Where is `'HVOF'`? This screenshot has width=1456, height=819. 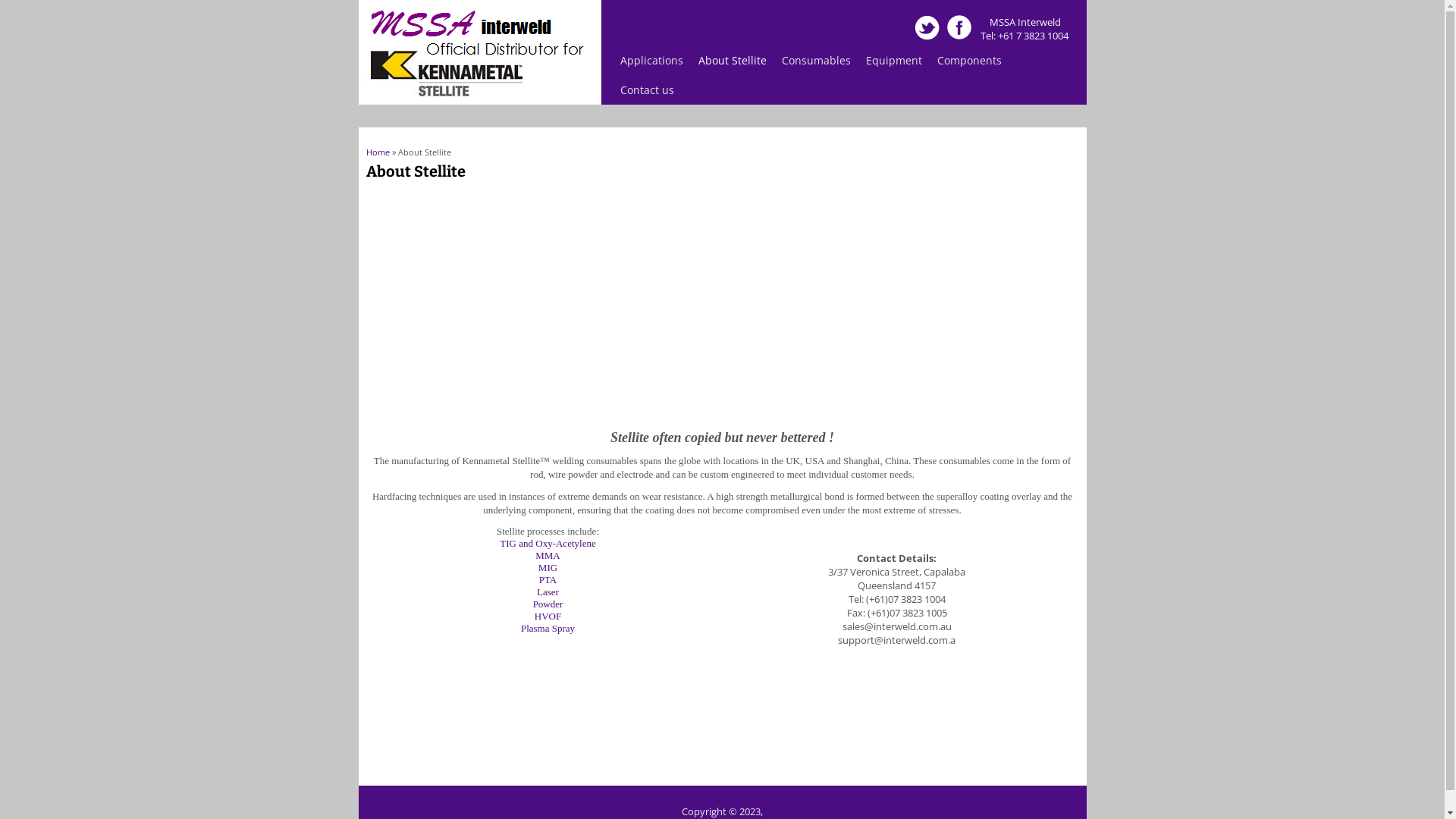 'HVOF' is located at coordinates (547, 616).